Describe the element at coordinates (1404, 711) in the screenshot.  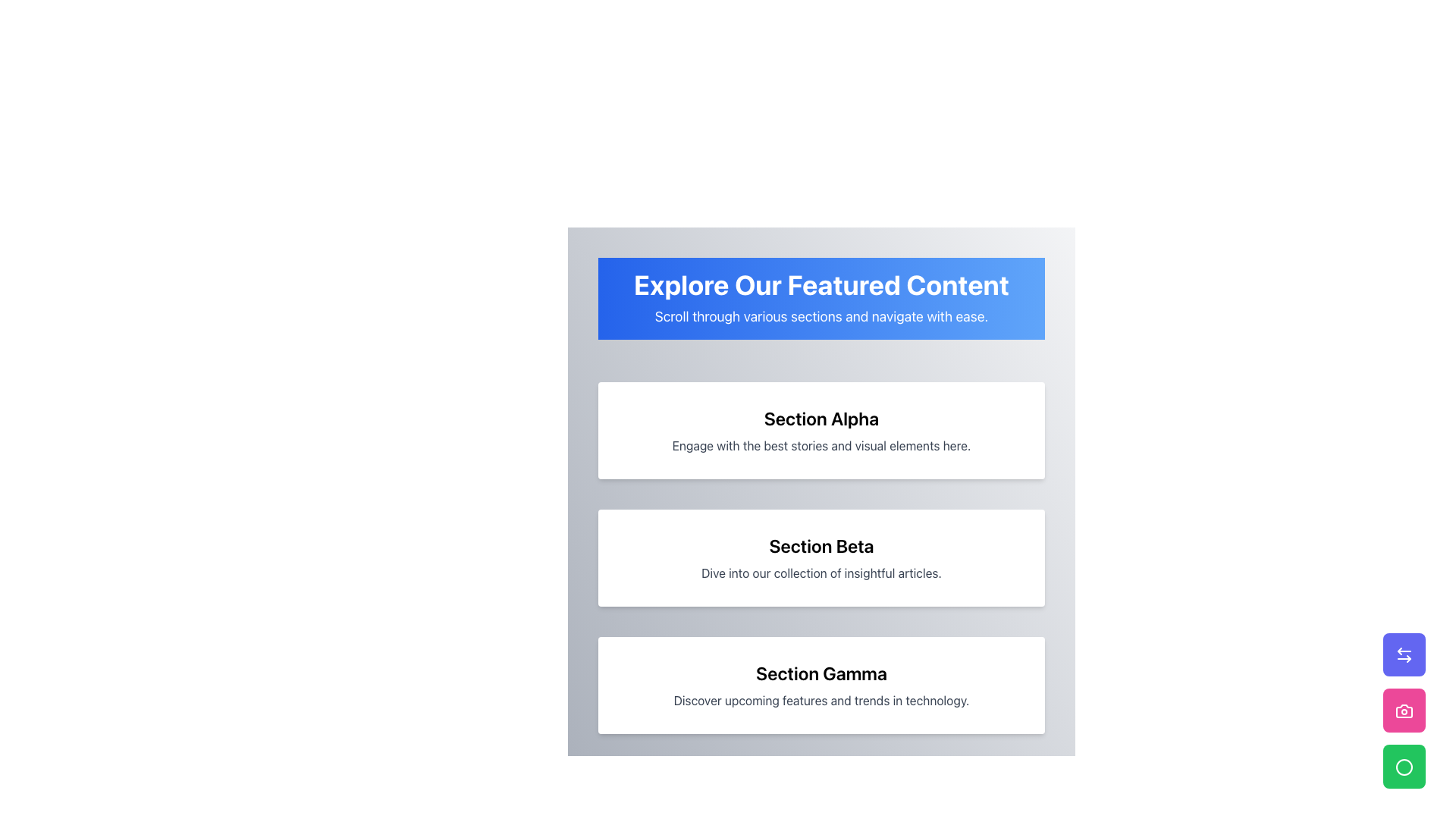
I see `the pink square-shaped button with rounded corners and a white camera icon, which is the second button in the bottom-right corner of the interface` at that location.